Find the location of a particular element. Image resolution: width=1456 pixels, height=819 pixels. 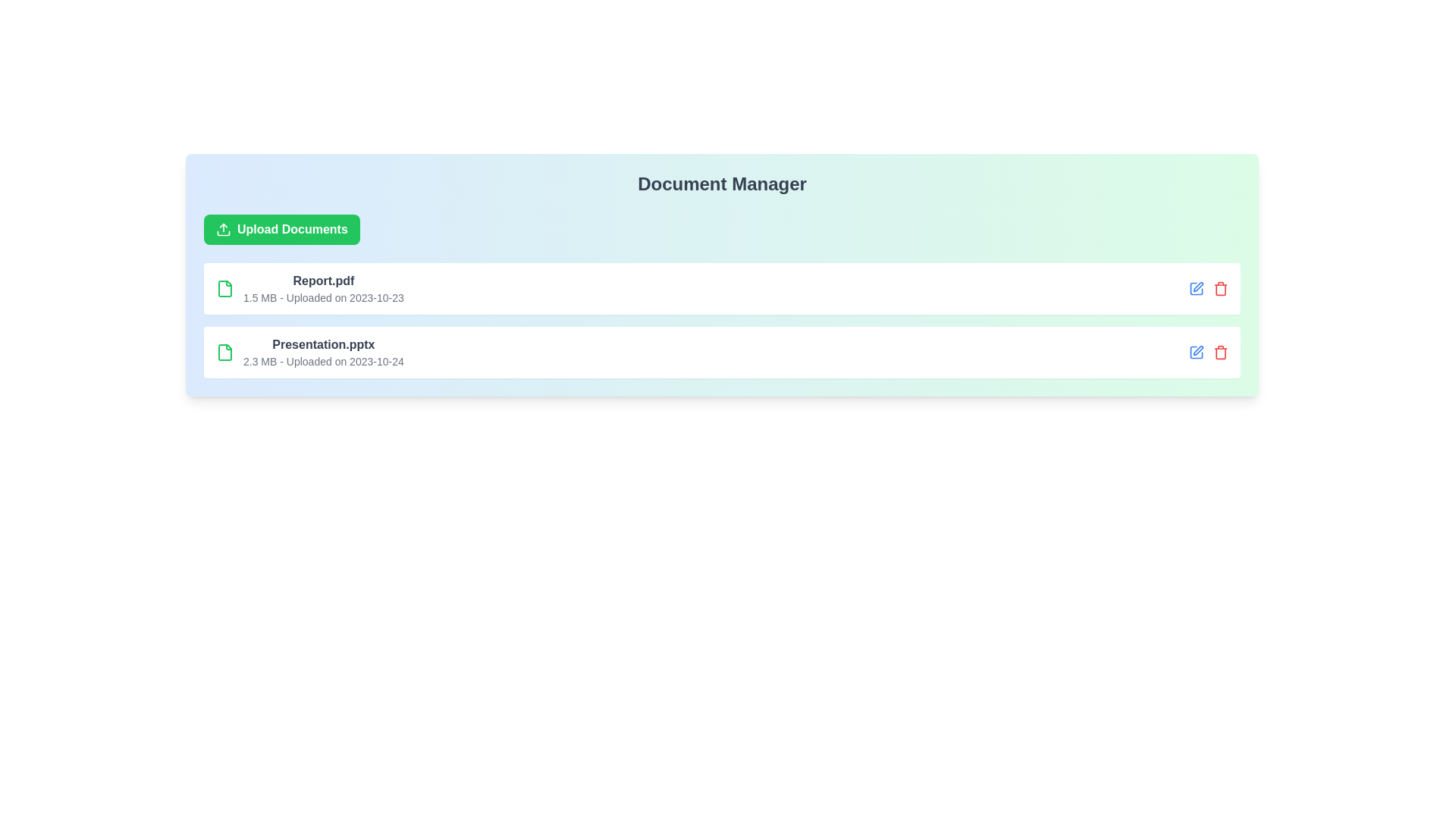

the second file representation component is located at coordinates (309, 353).